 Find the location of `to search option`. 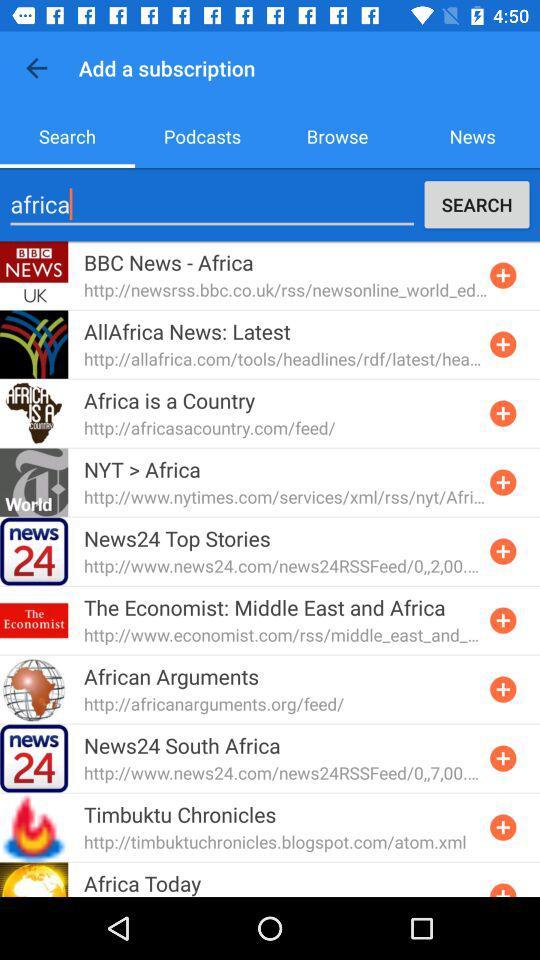

to search option is located at coordinates (502, 827).